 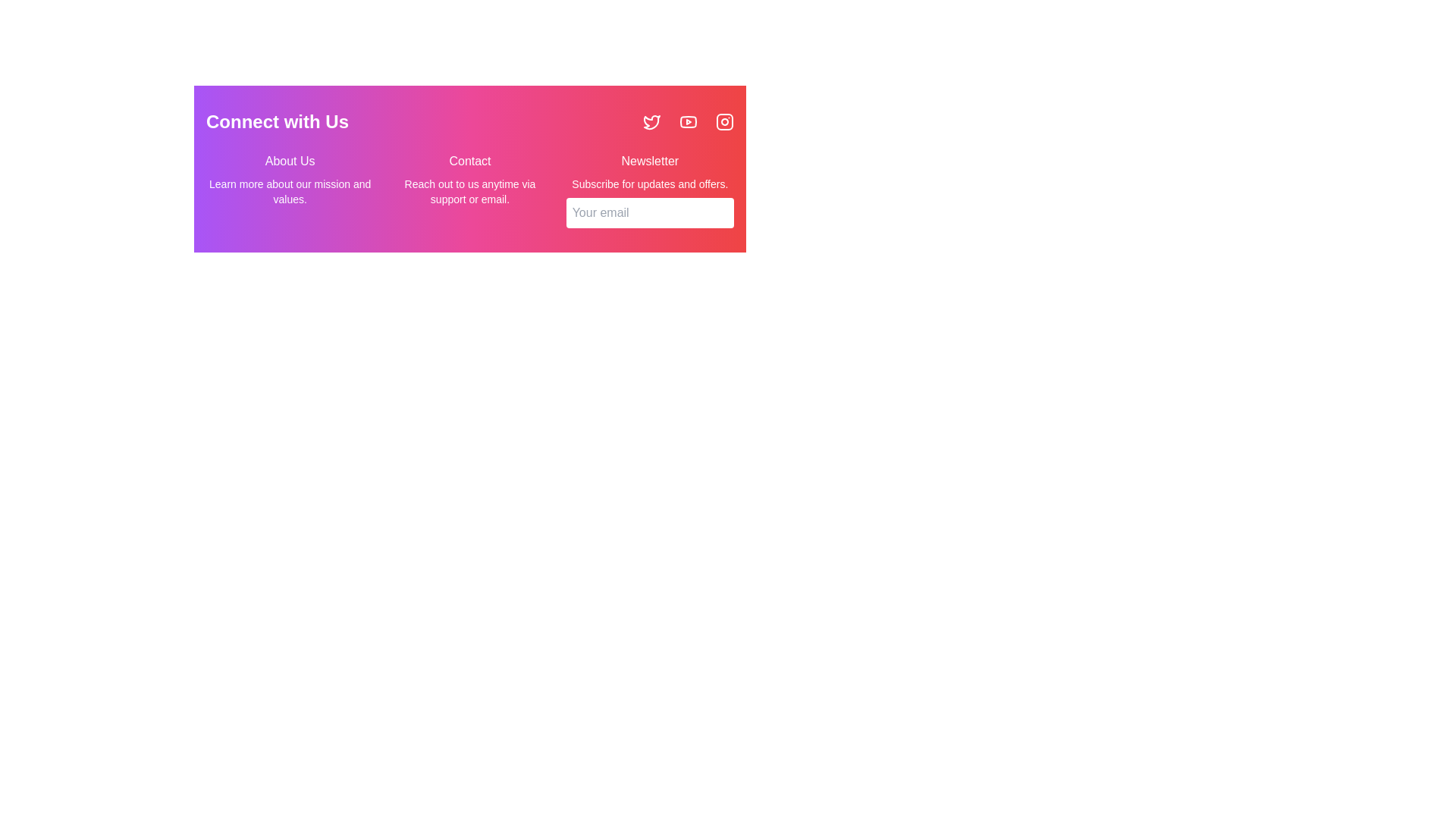 I want to click on the informational Static Text element located under the 'Contact' header, providing guidance on support and email outreach, so click(x=469, y=191).